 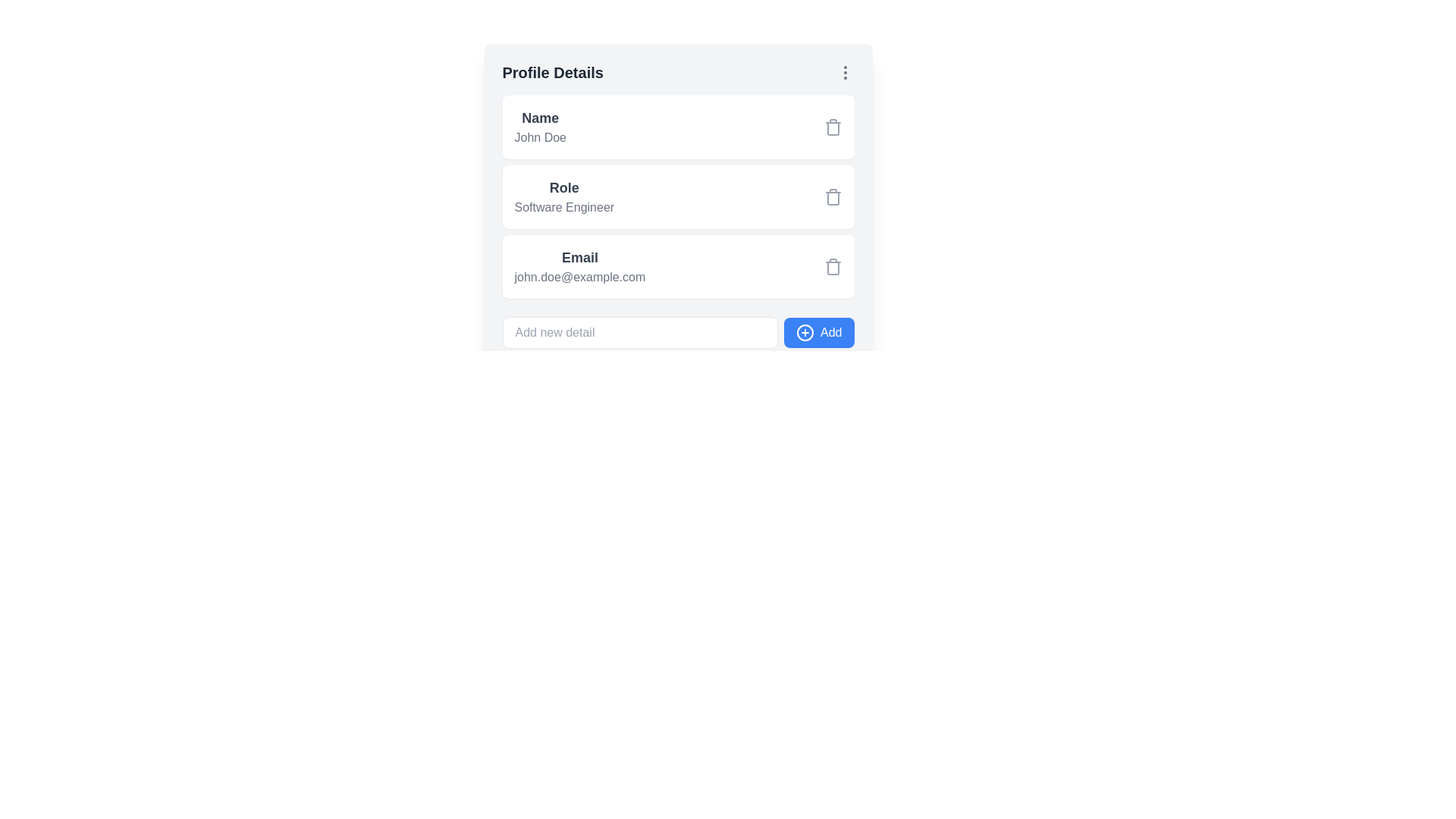 I want to click on the email address text block located in the profile details section, so click(x=579, y=265).